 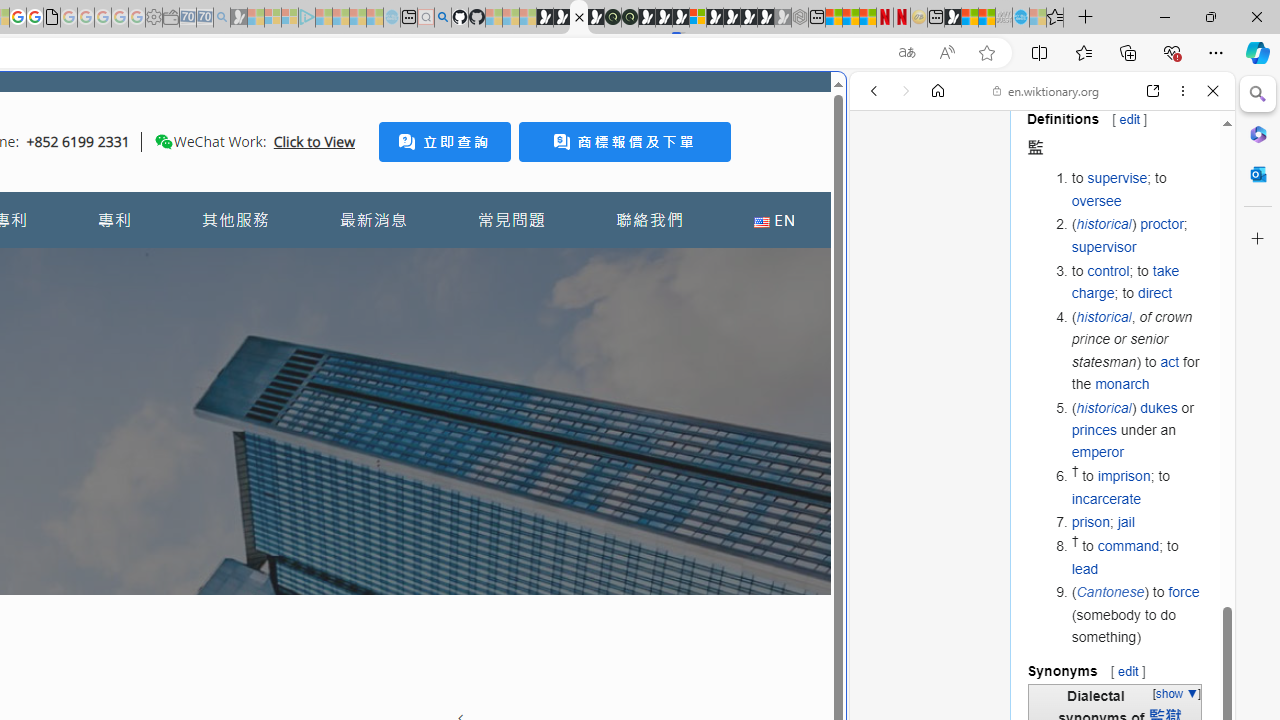 I want to click on 'EN', so click(x=773, y=220).